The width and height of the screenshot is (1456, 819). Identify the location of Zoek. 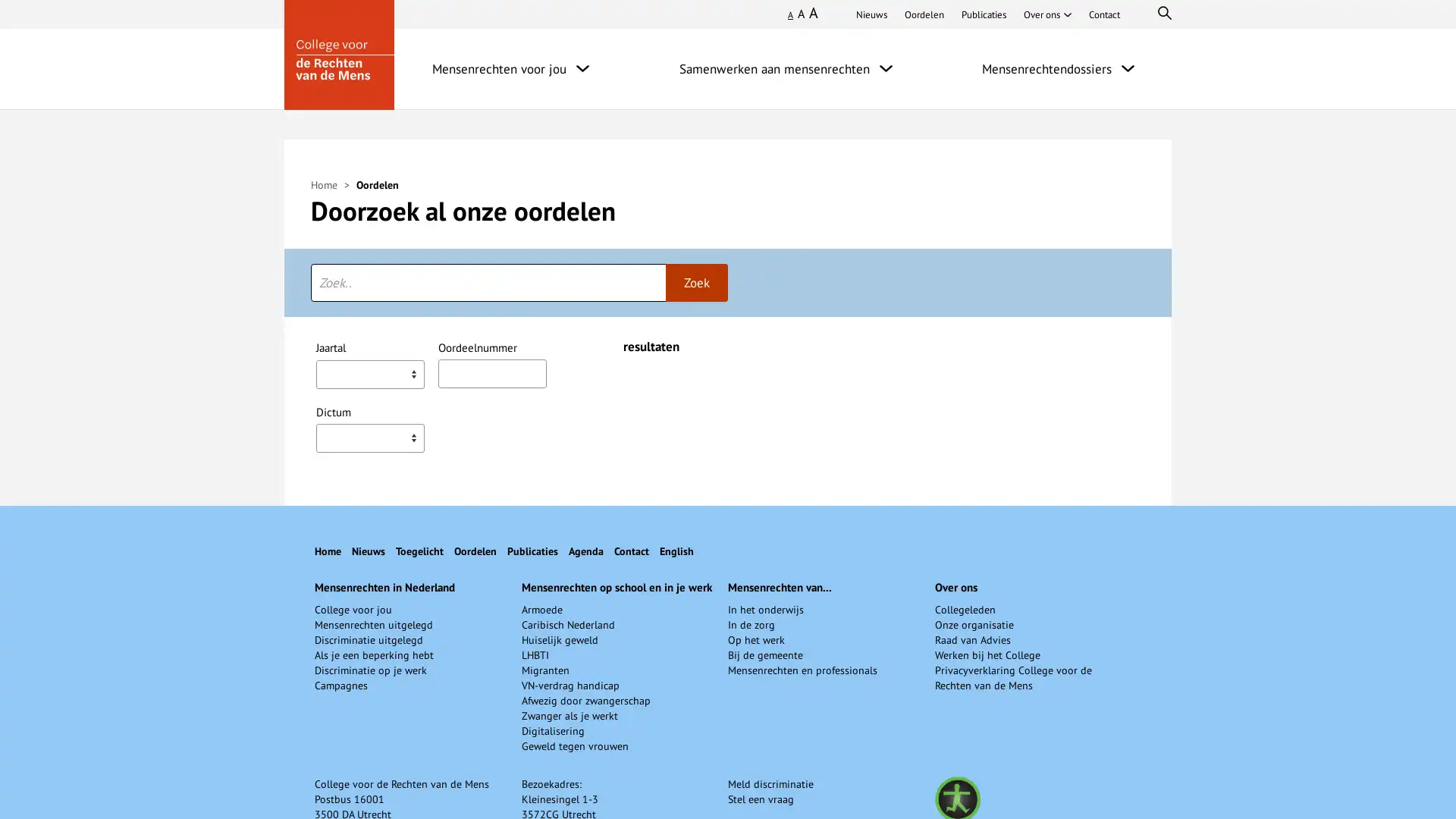
(695, 283).